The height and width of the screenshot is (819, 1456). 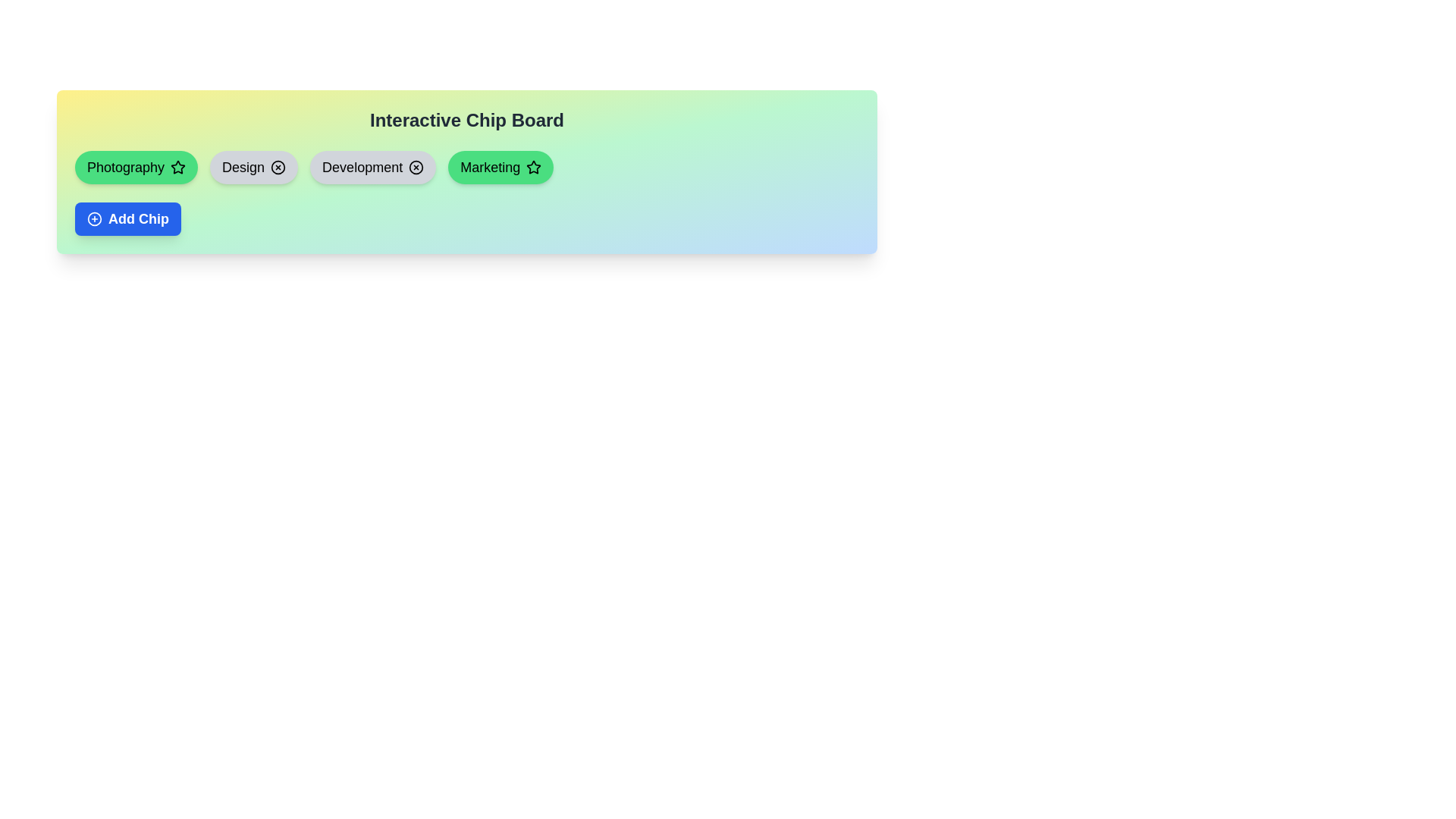 I want to click on the decorative icon positioned to the right of the 'Marketing' button within the green pill-shaped button, so click(x=534, y=167).